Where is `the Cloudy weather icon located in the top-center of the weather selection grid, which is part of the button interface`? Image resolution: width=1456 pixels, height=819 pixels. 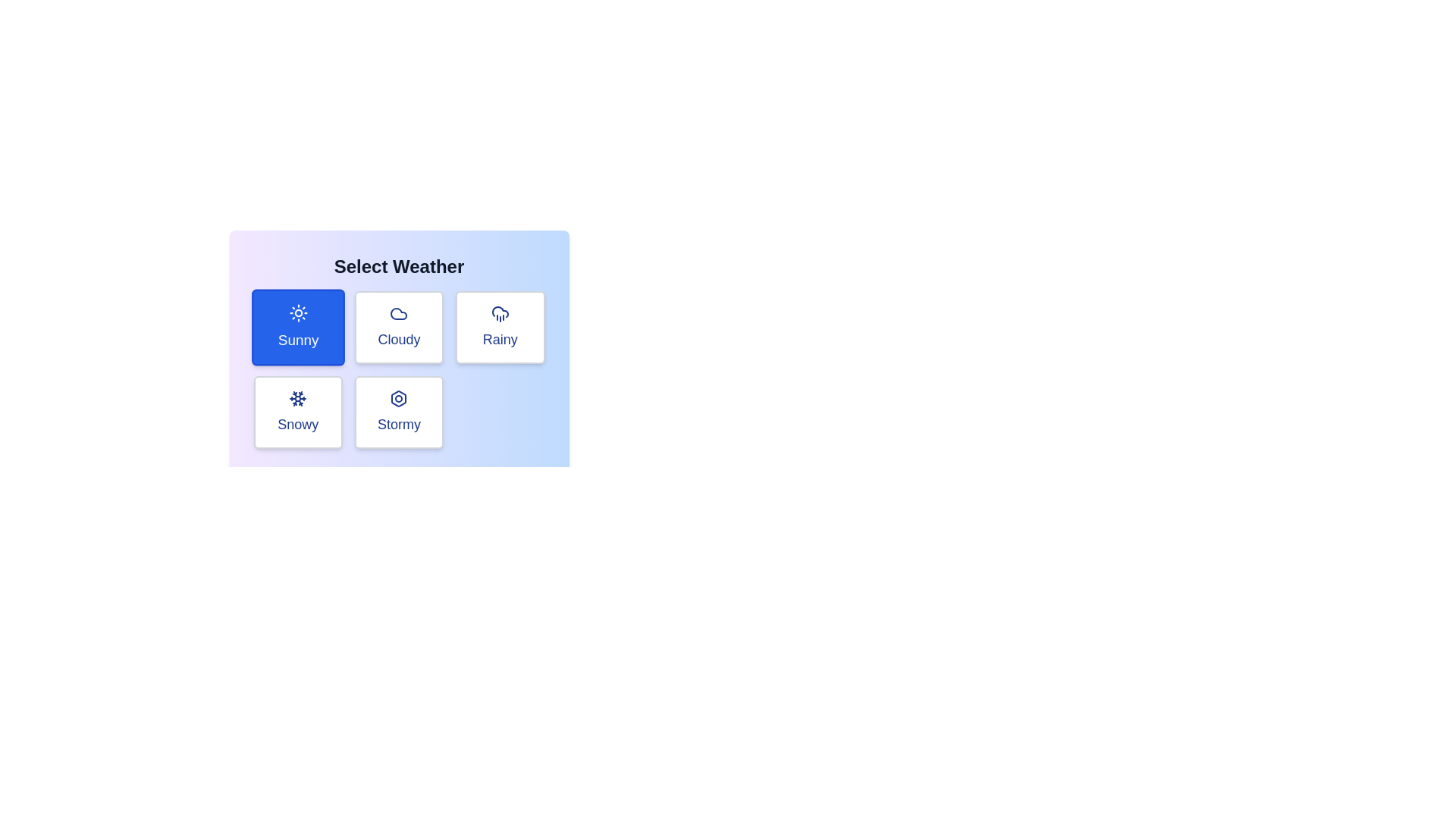 the Cloudy weather icon located in the top-center of the weather selection grid, which is part of the button interface is located at coordinates (399, 312).